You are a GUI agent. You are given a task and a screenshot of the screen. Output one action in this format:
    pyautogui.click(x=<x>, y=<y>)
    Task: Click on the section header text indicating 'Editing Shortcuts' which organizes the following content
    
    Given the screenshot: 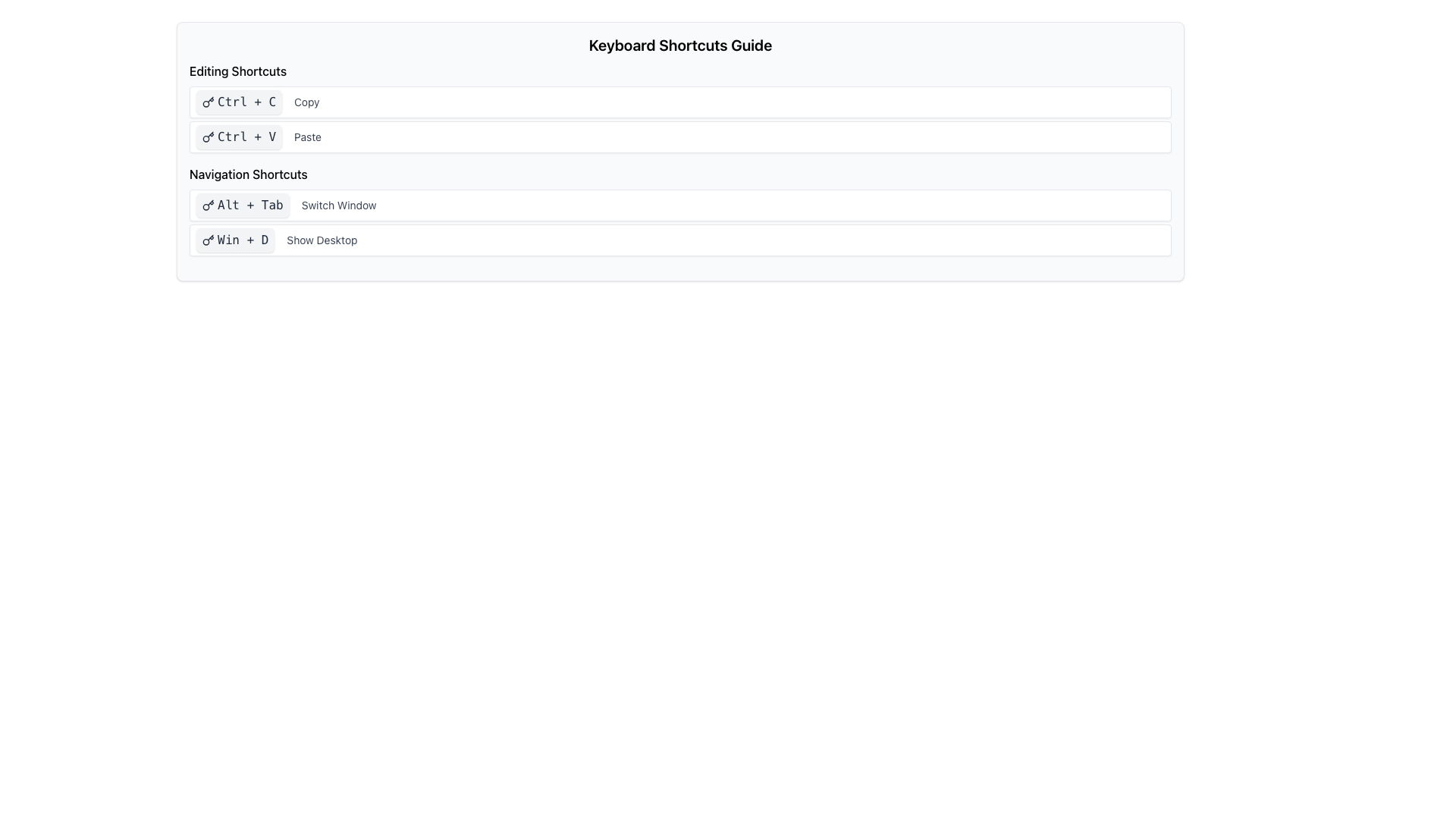 What is the action you would take?
    pyautogui.click(x=237, y=71)
    